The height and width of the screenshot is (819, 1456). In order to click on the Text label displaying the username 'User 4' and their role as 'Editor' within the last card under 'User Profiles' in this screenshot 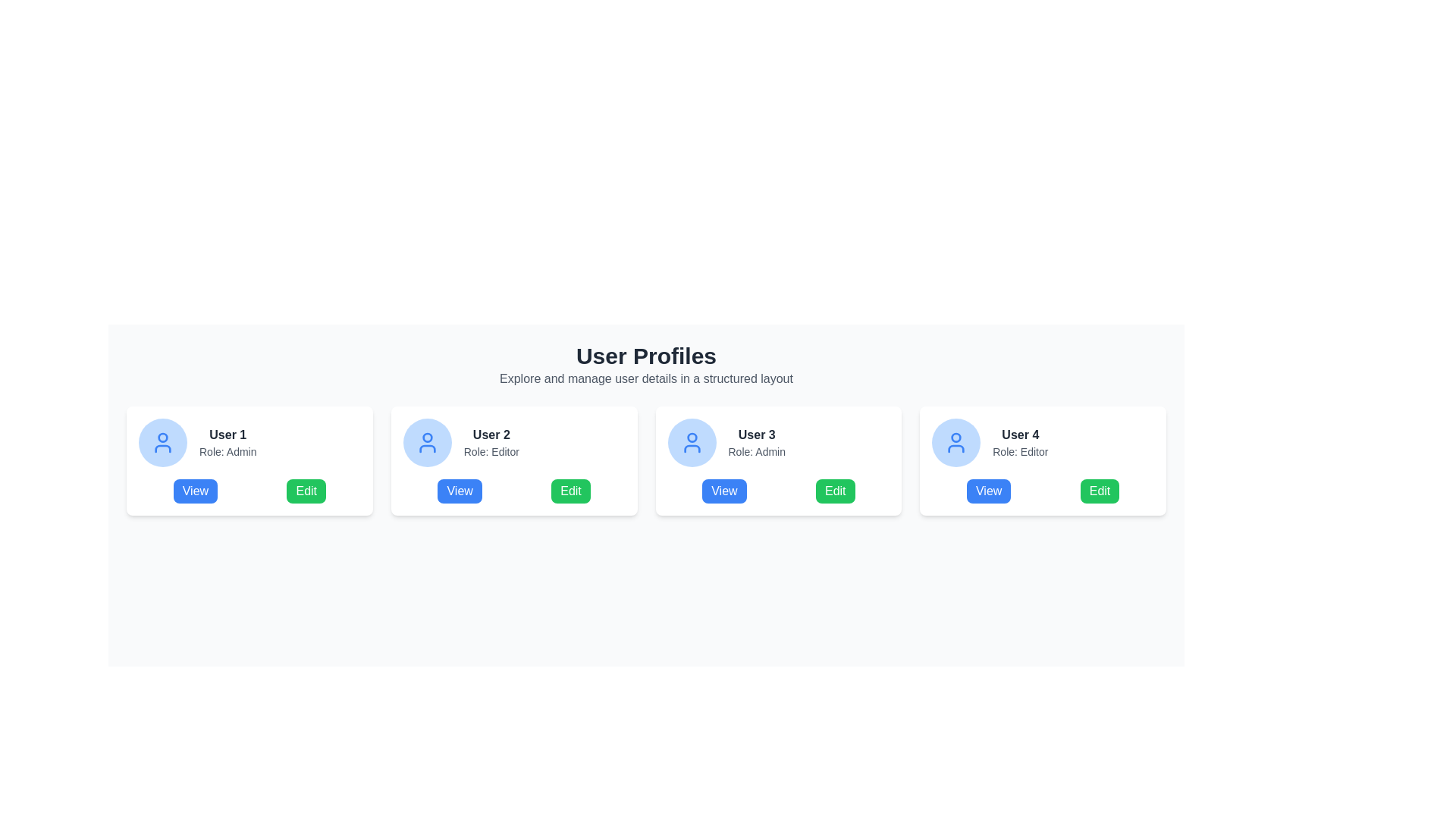, I will do `click(1020, 442)`.